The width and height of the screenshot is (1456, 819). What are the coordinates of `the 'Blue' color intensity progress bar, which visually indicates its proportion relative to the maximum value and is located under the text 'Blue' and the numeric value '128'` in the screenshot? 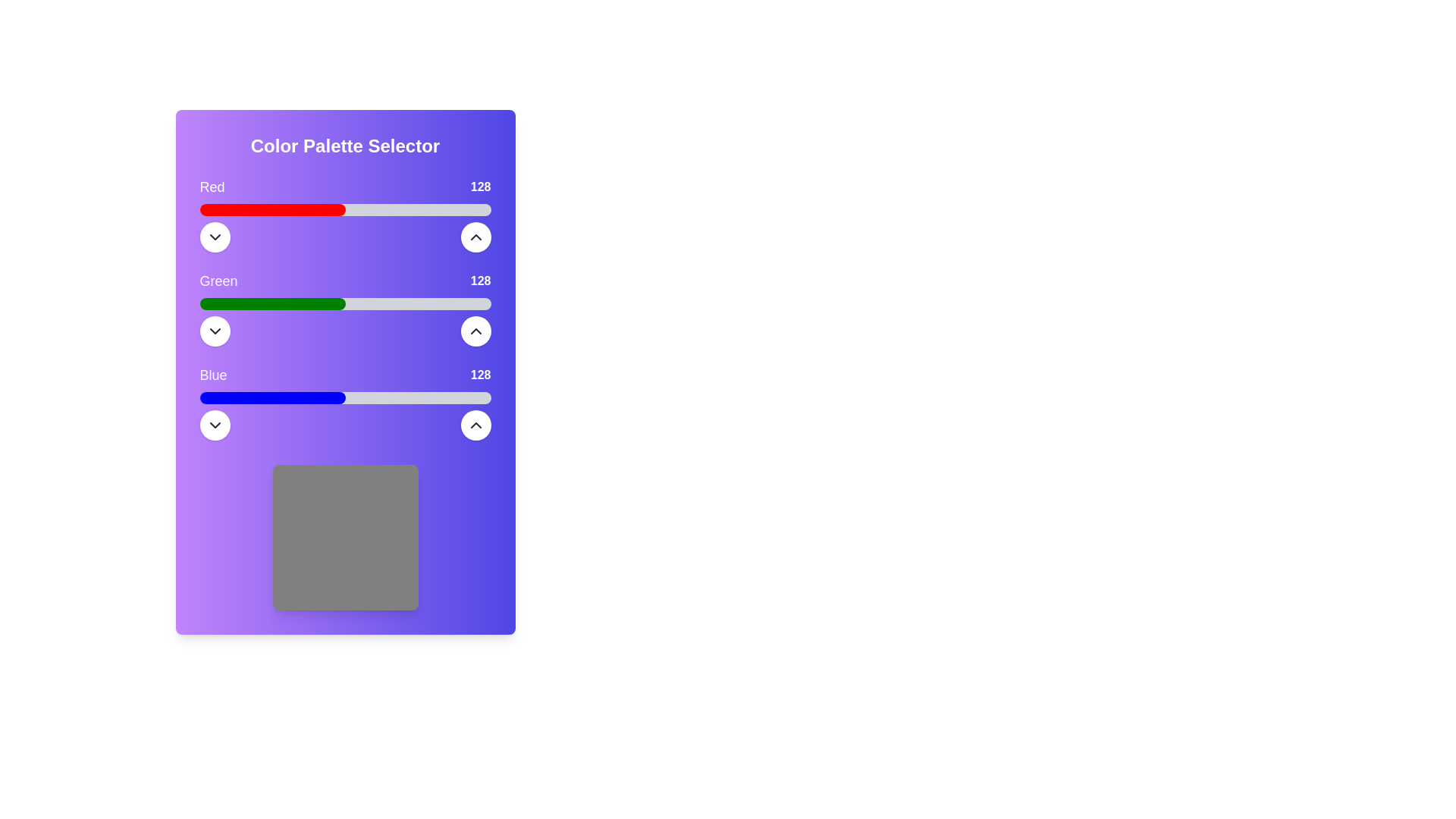 It's located at (344, 397).